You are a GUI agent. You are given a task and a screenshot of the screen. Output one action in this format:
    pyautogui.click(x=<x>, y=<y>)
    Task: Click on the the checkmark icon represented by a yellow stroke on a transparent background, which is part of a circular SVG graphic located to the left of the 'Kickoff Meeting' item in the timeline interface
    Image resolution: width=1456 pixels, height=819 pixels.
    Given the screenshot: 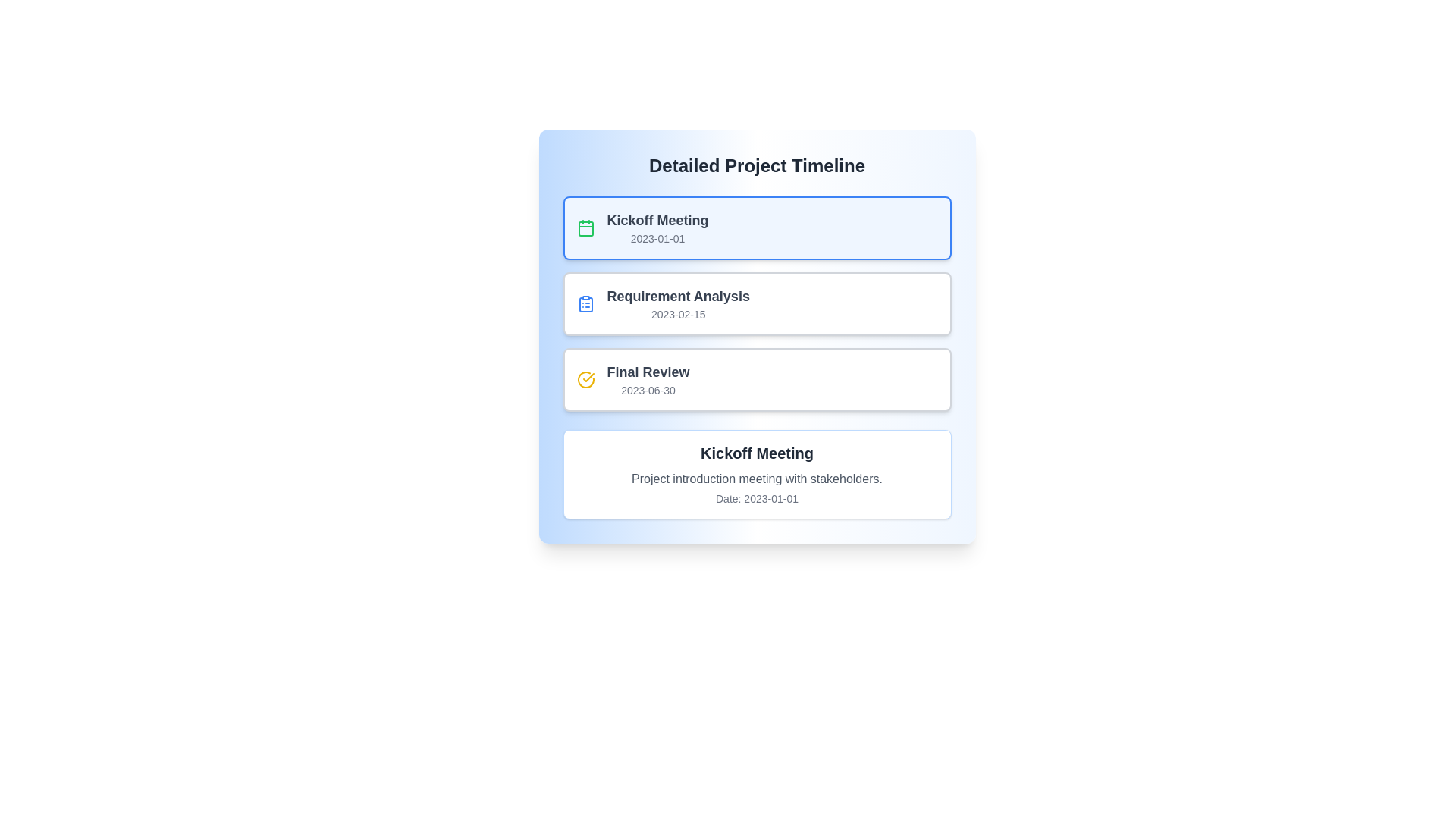 What is the action you would take?
    pyautogui.click(x=588, y=376)
    